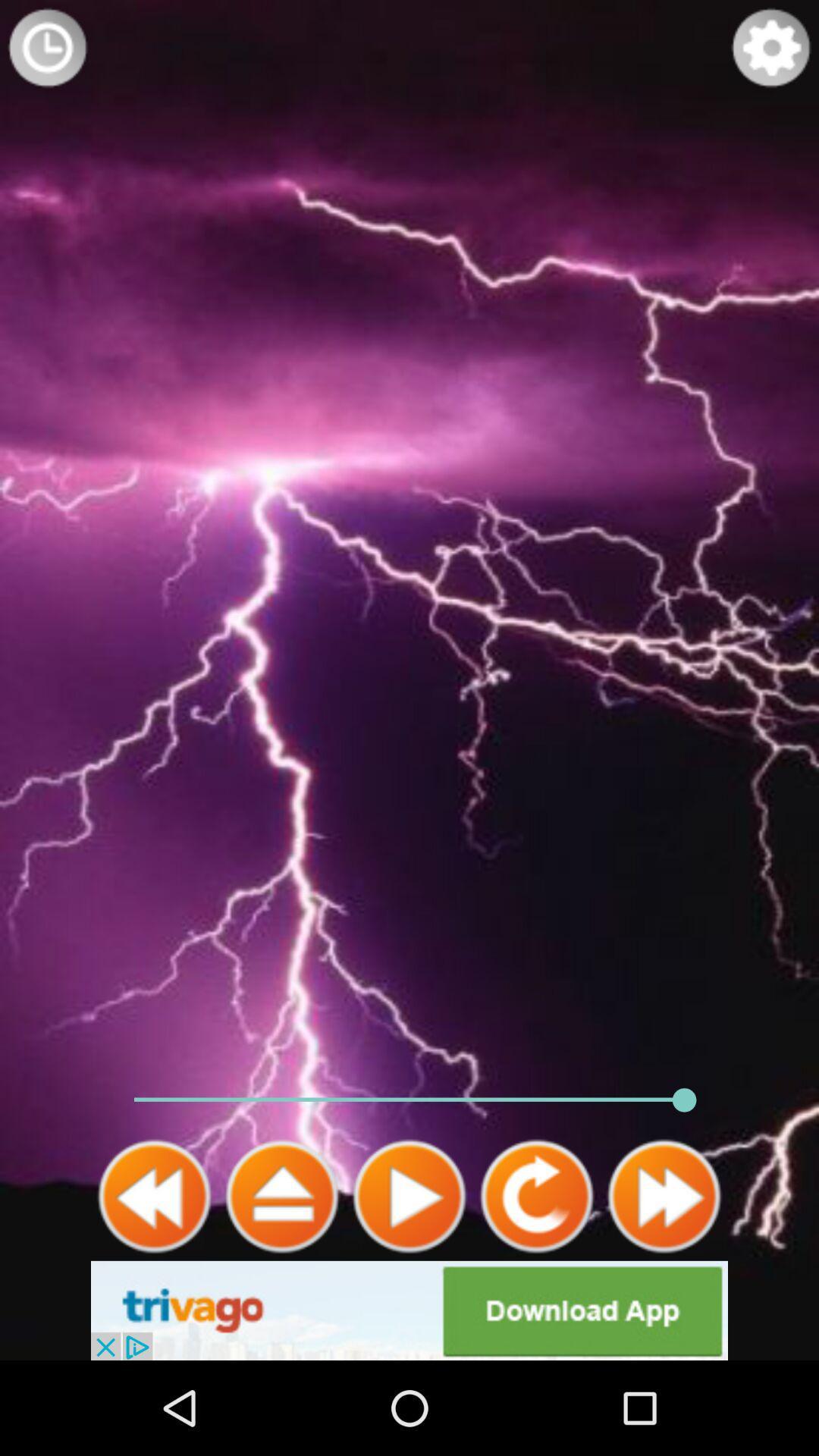 Image resolution: width=819 pixels, height=1456 pixels. Describe the element at coordinates (409, 1196) in the screenshot. I see `switch play option` at that location.